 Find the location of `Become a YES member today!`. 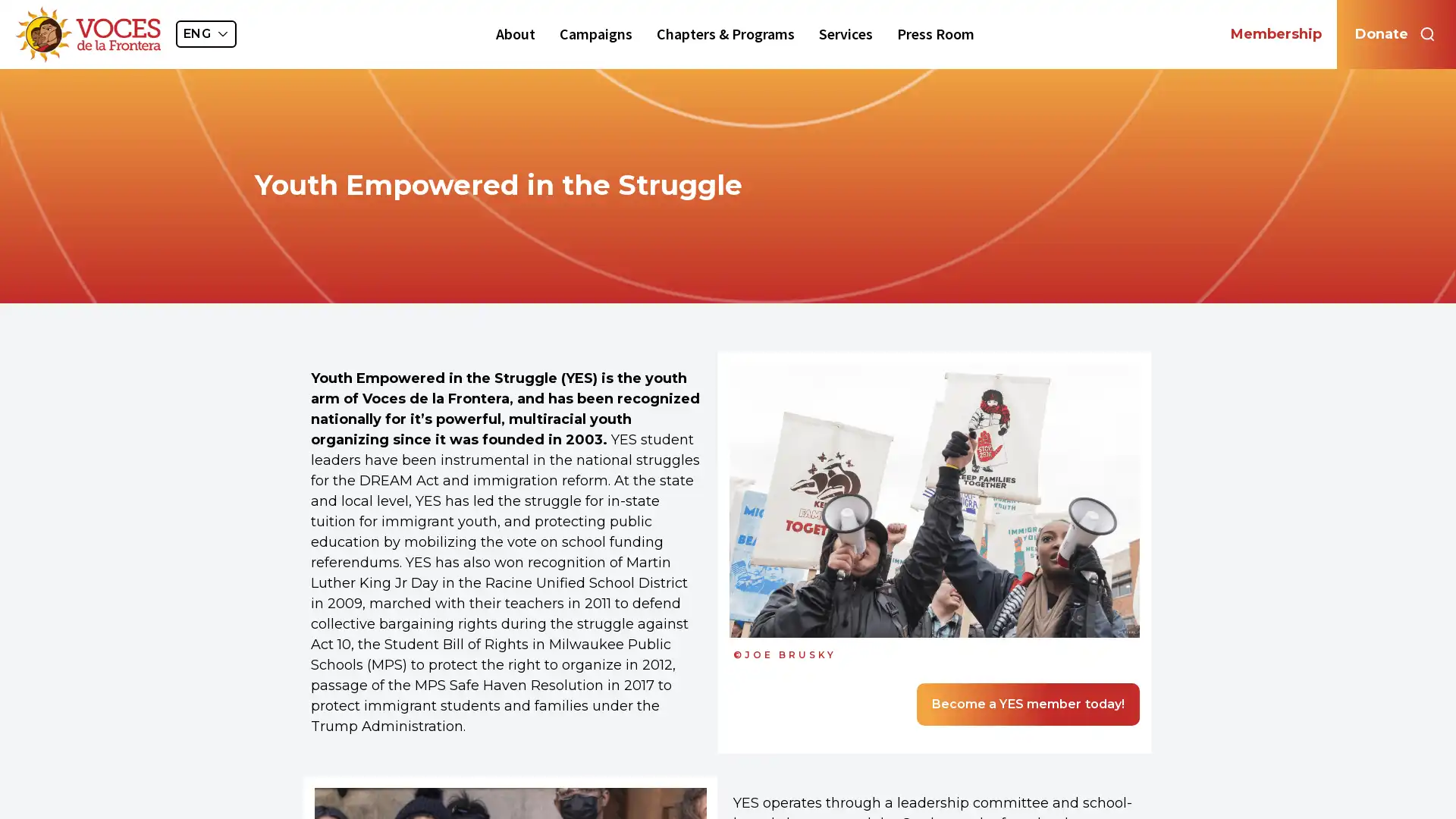

Become a YES member today! is located at coordinates (1028, 704).